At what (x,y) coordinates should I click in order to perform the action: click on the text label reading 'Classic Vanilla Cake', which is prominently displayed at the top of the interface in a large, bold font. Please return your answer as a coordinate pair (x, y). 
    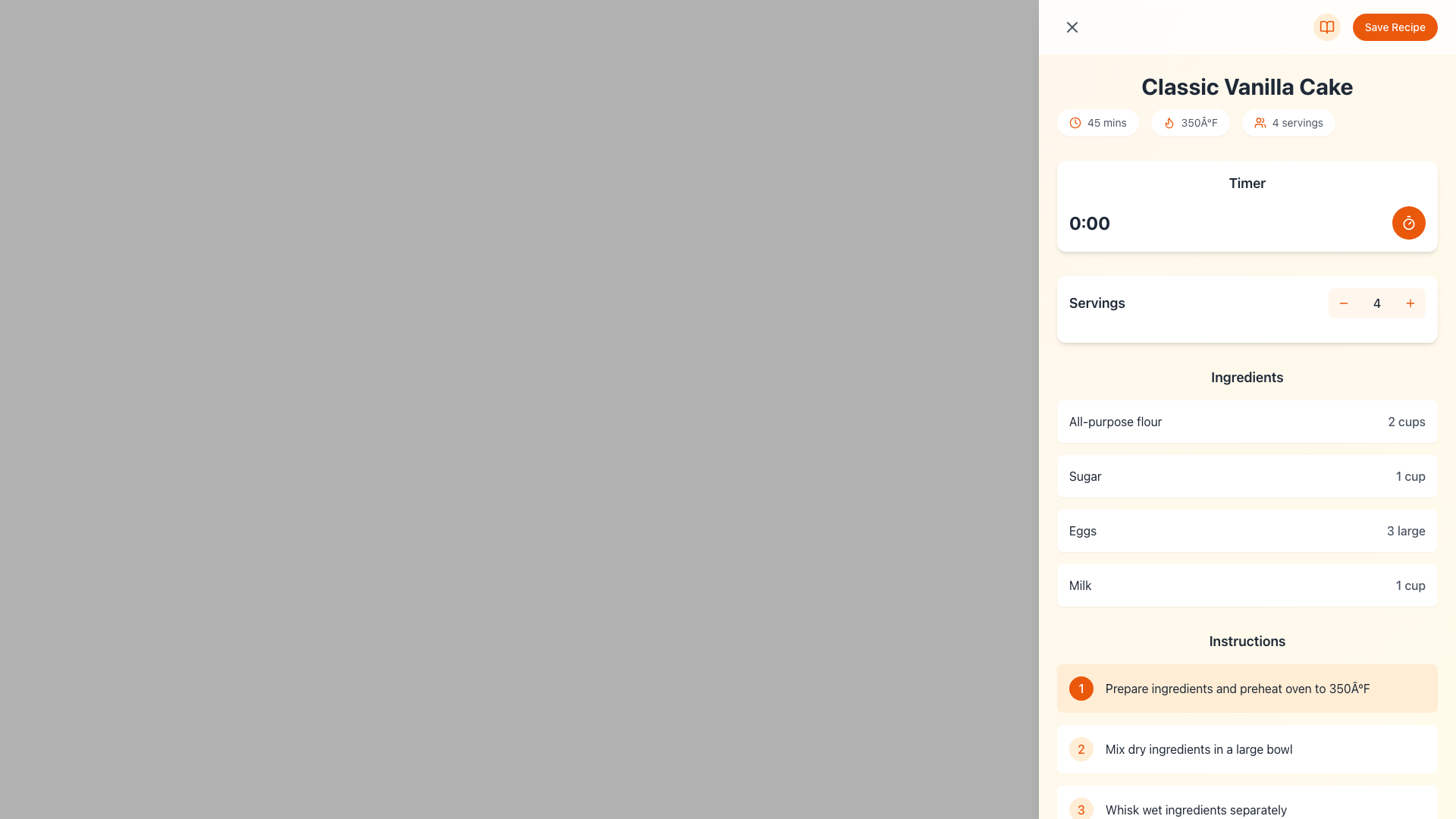
    Looking at the image, I should click on (1247, 86).